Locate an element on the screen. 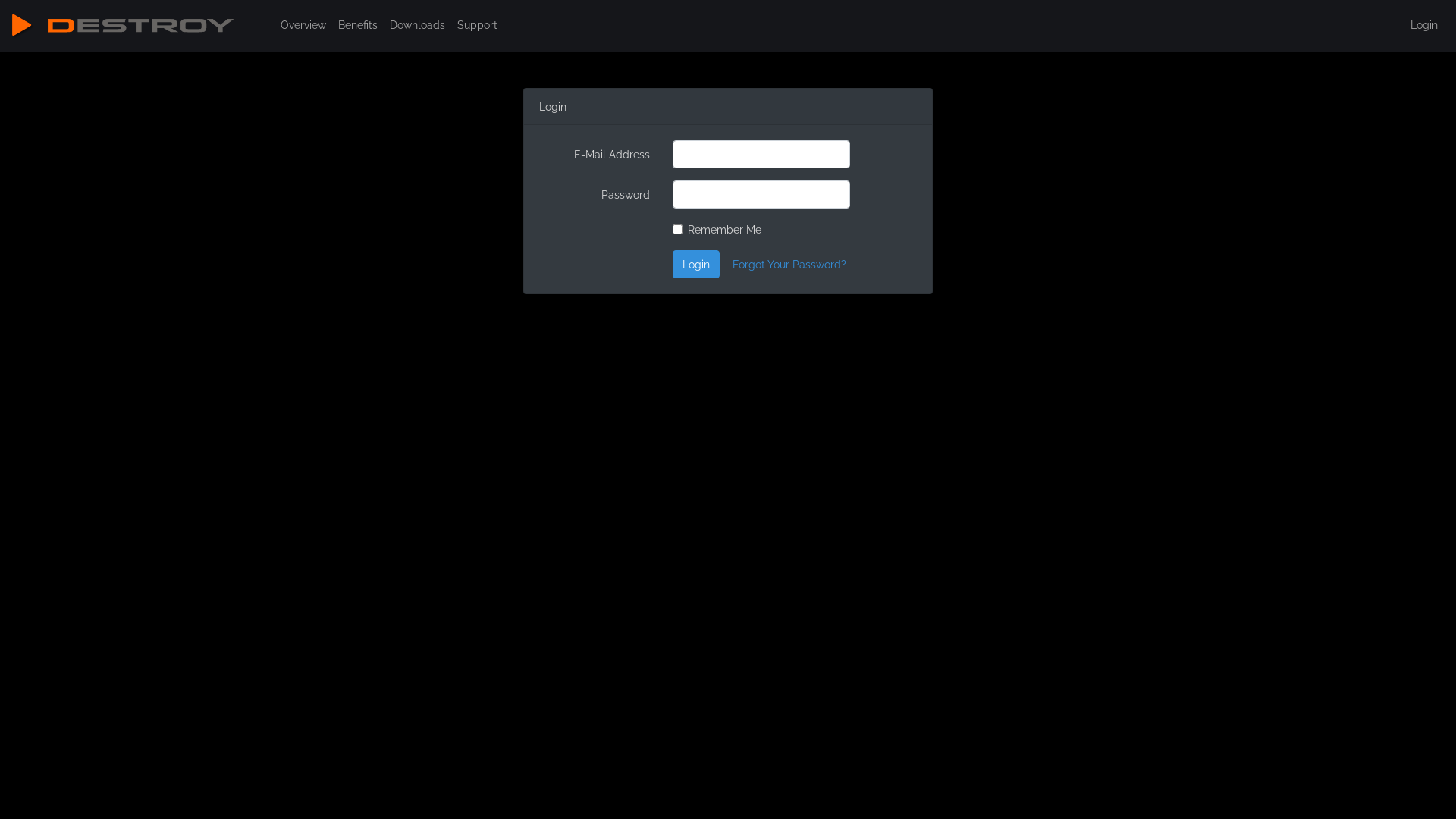  'Downloads' is located at coordinates (417, 24).